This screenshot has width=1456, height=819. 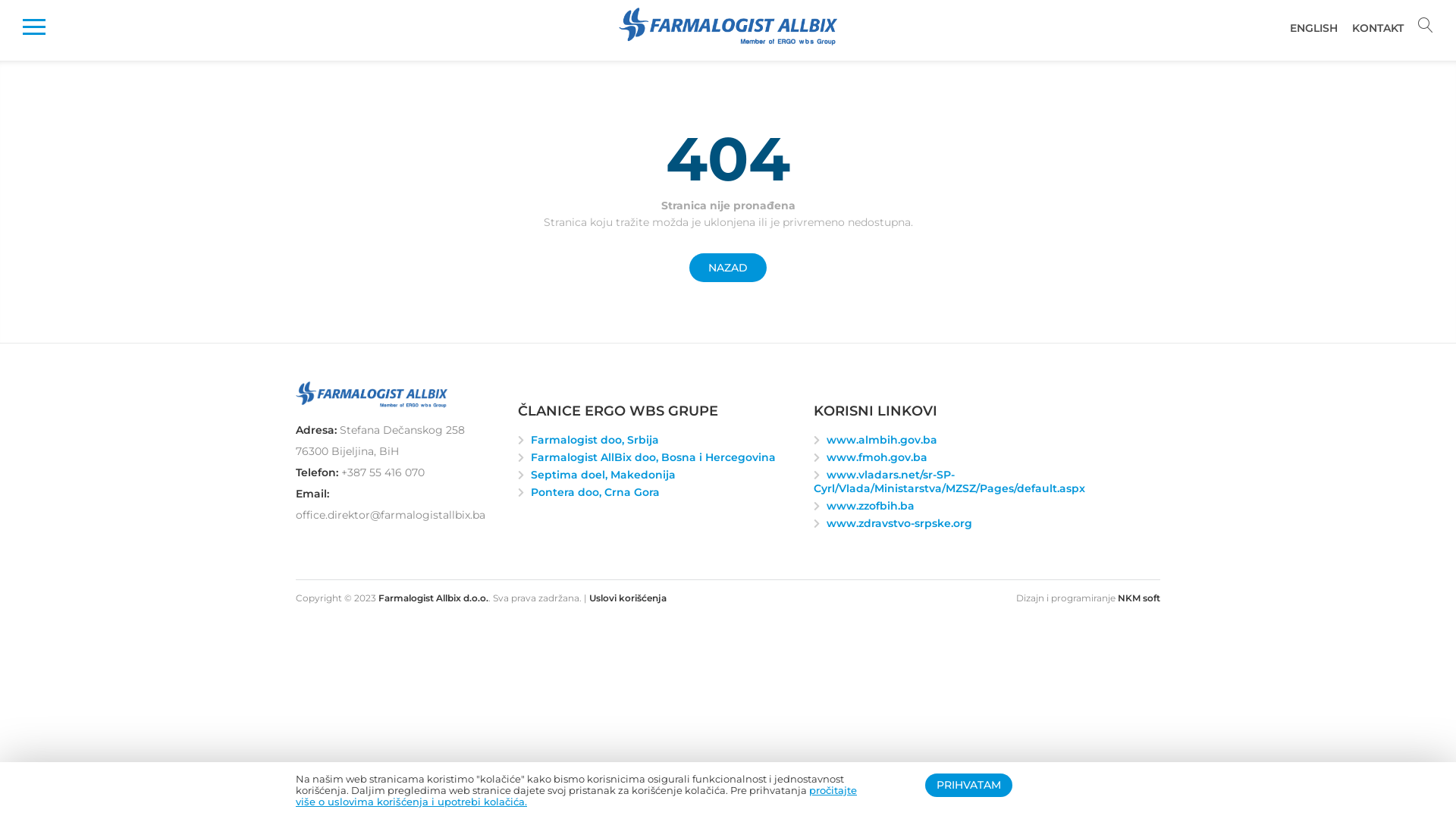 I want to click on 'NAZAD', so click(x=728, y=267).